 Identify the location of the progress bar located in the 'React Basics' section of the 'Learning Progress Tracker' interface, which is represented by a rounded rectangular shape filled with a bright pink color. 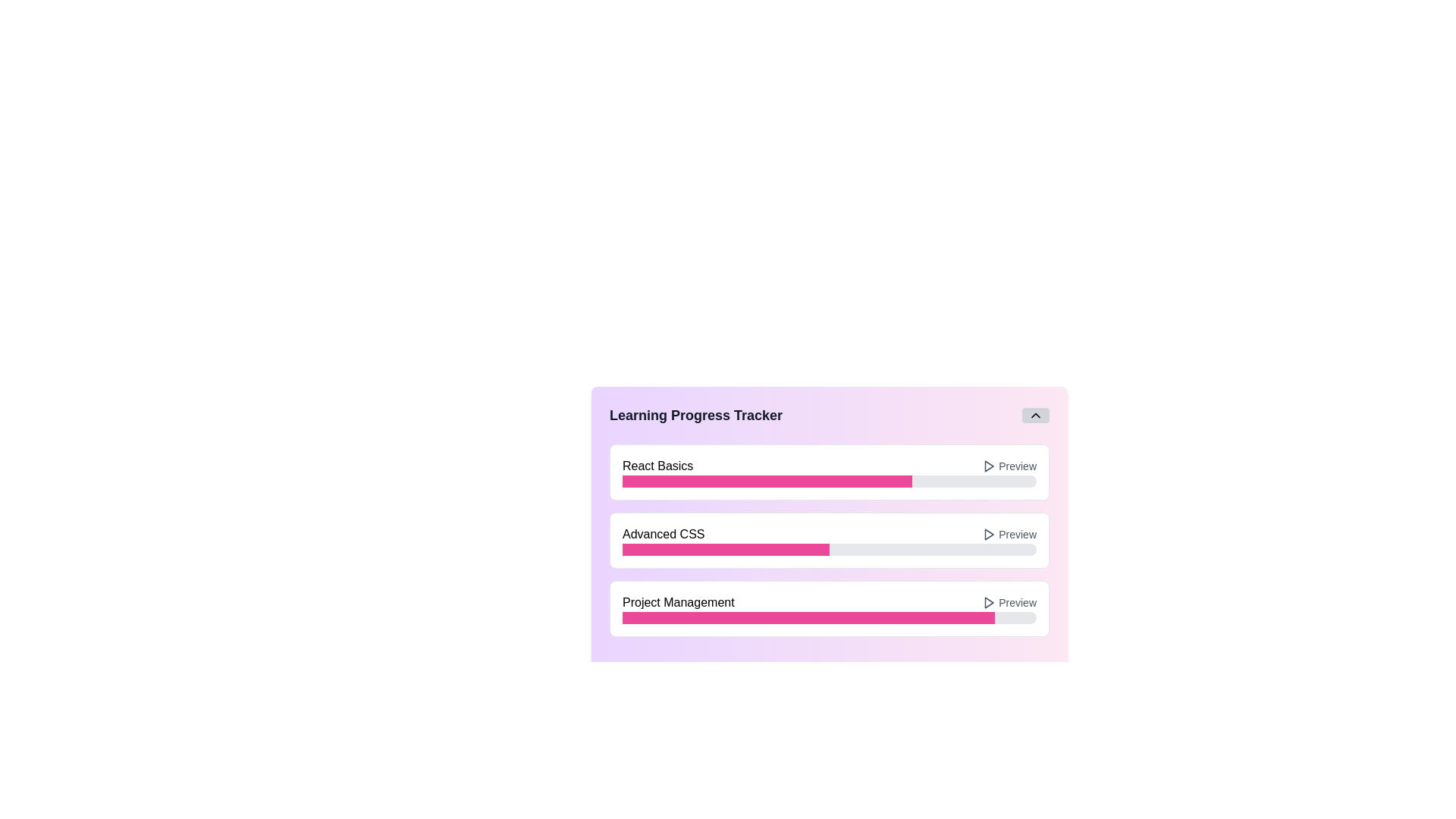
(829, 482).